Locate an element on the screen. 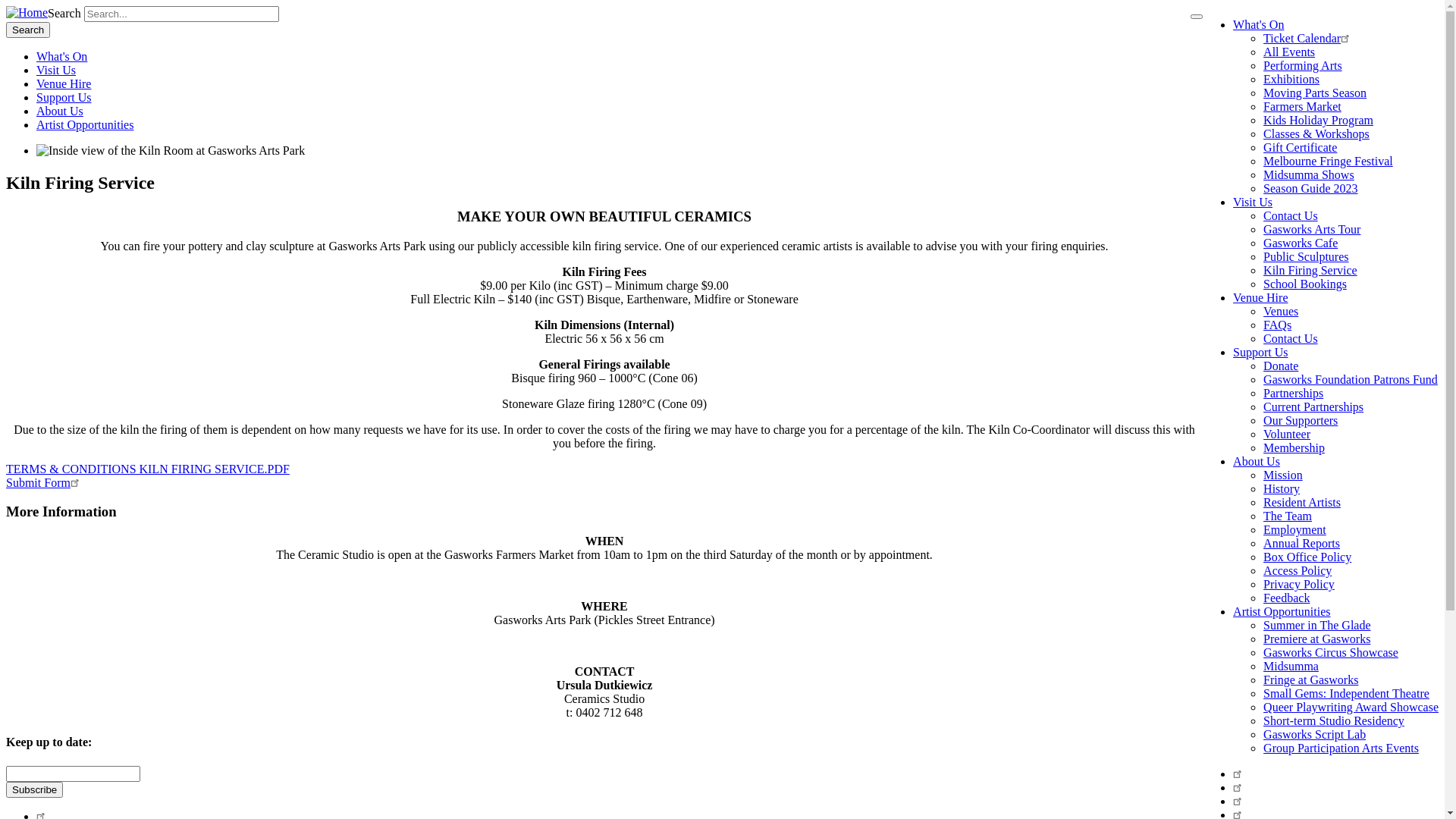 Image resolution: width=1456 pixels, height=819 pixels. 'Kiln Firing Service' is located at coordinates (1310, 269).